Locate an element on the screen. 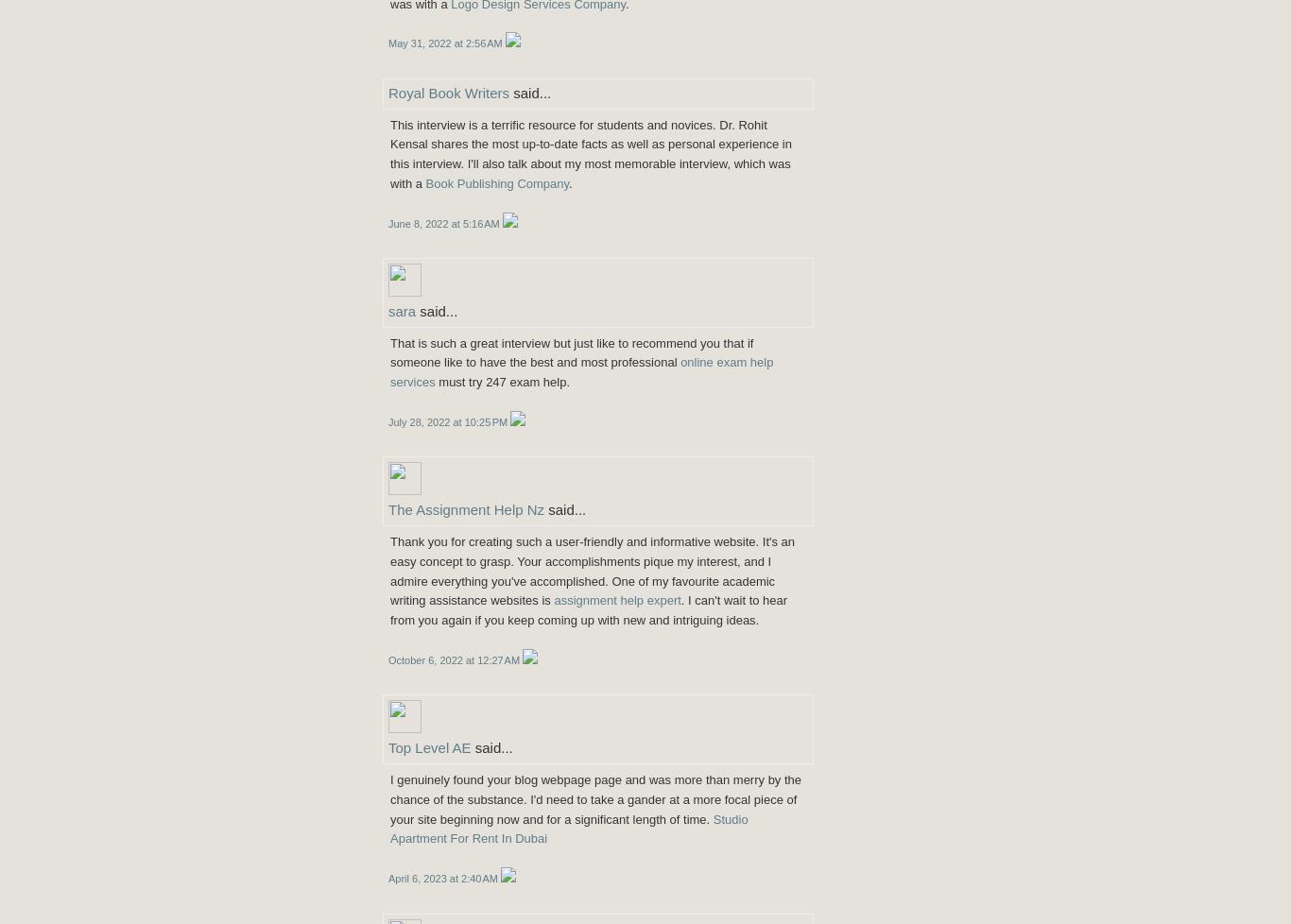 The image size is (1291, 924). 'June 8, 2022 at 5:16 AM' is located at coordinates (444, 222).